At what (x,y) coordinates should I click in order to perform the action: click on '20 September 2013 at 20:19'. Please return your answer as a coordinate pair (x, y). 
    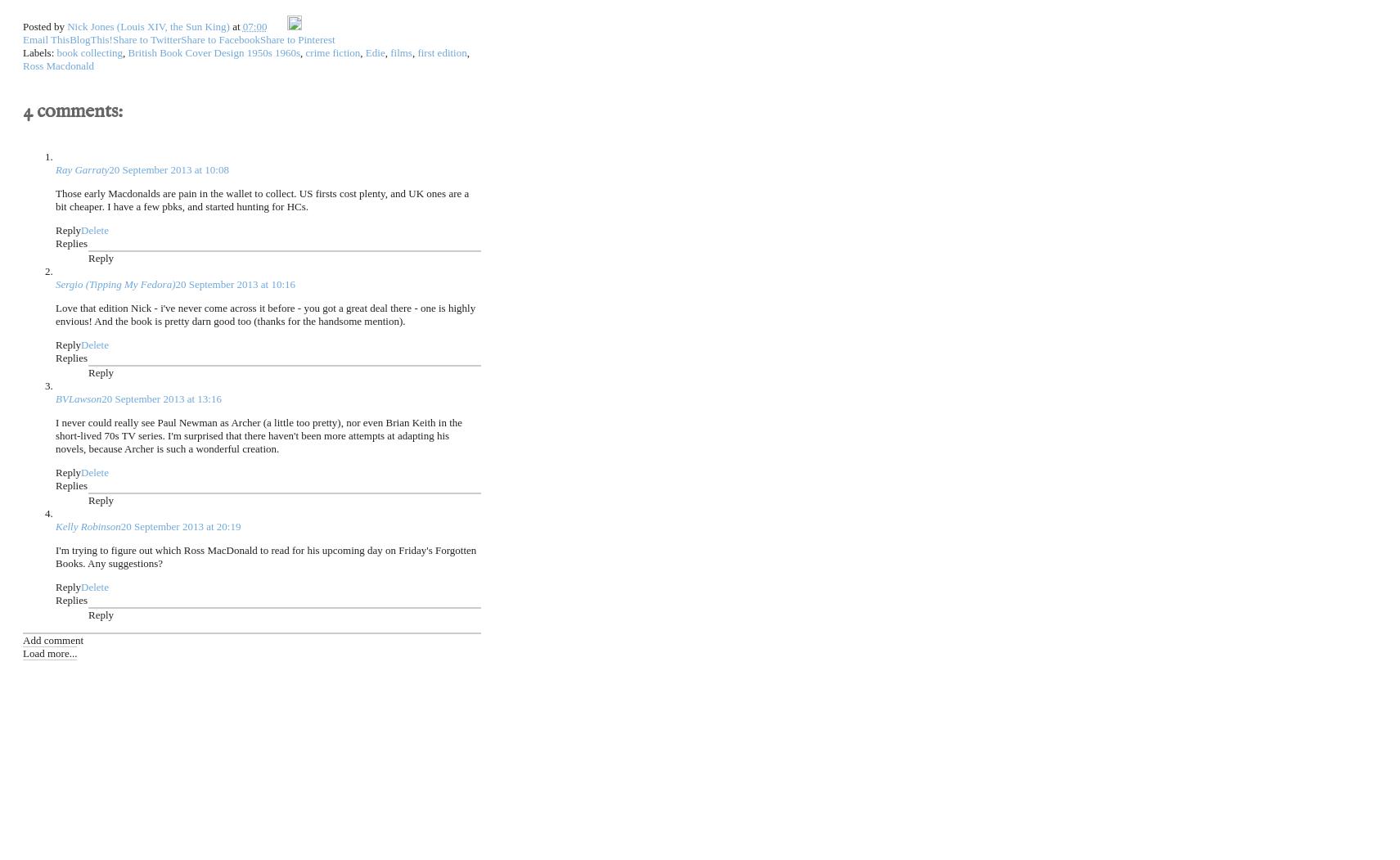
    Looking at the image, I should click on (179, 525).